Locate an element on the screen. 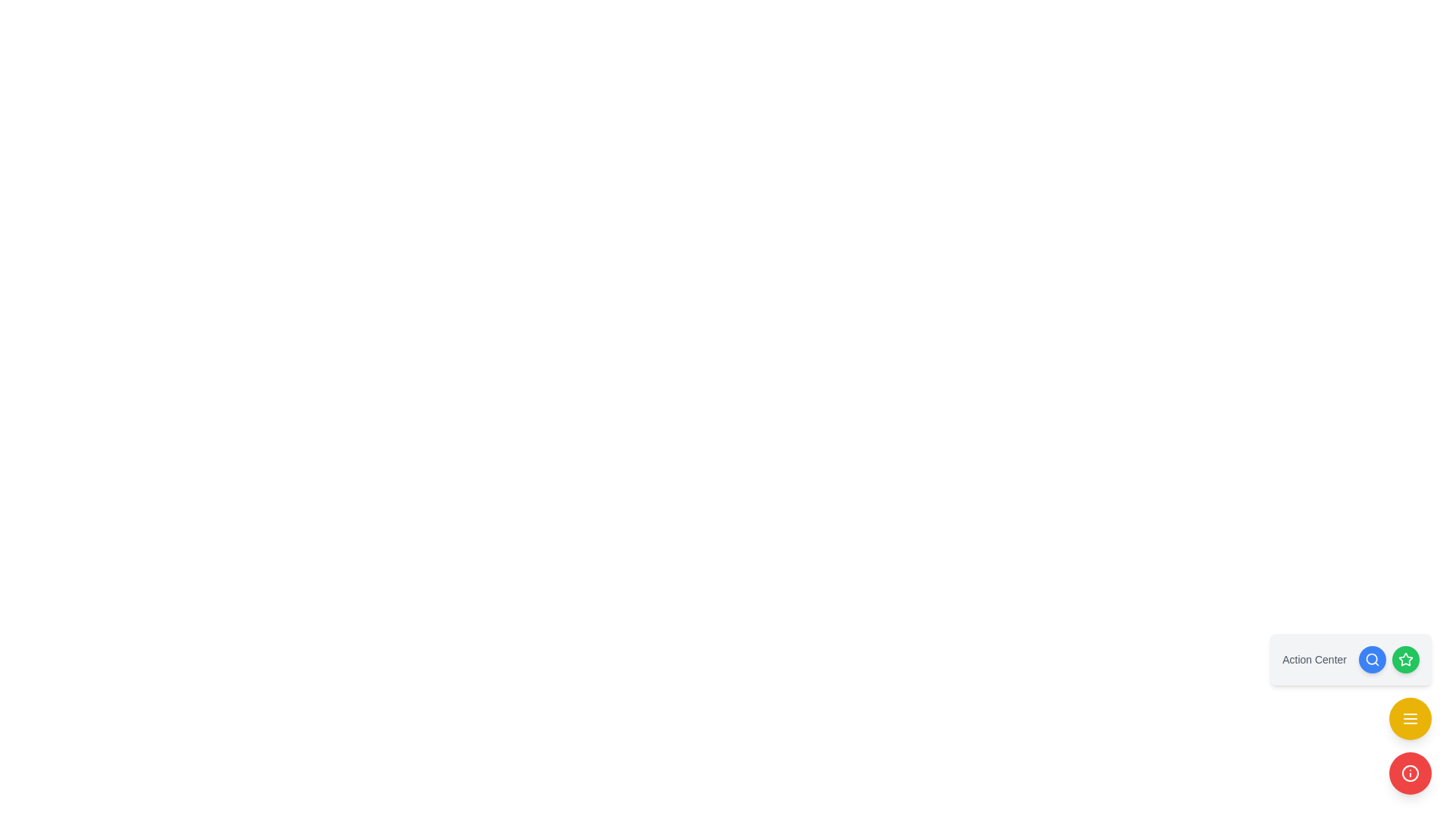 This screenshot has width=1456, height=819. the magnifying glass icon button with a blue circular background in the top-right corner of the Action Center bar to initiate a search is located at coordinates (1372, 659).